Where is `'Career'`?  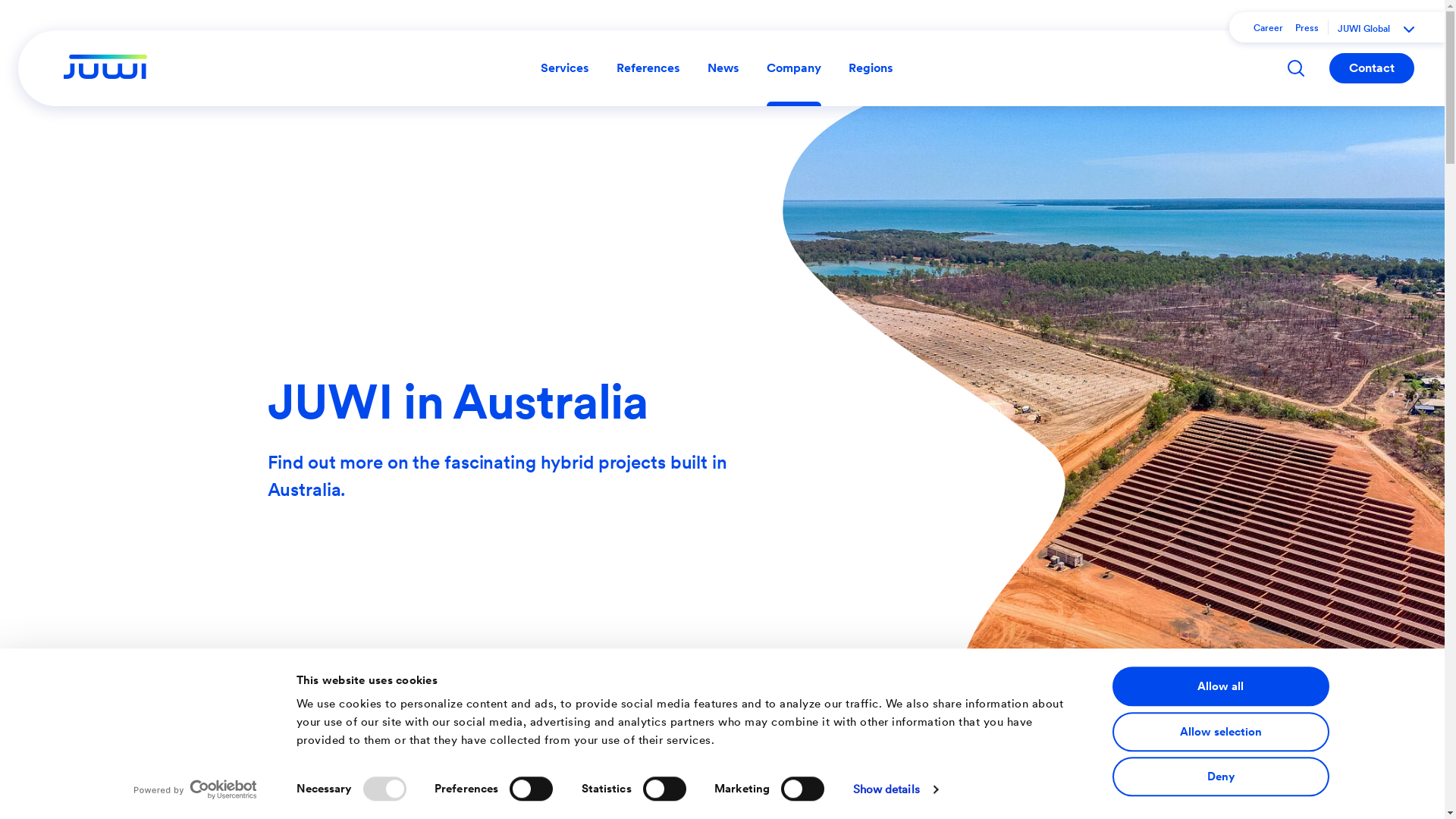 'Career' is located at coordinates (1268, 28).